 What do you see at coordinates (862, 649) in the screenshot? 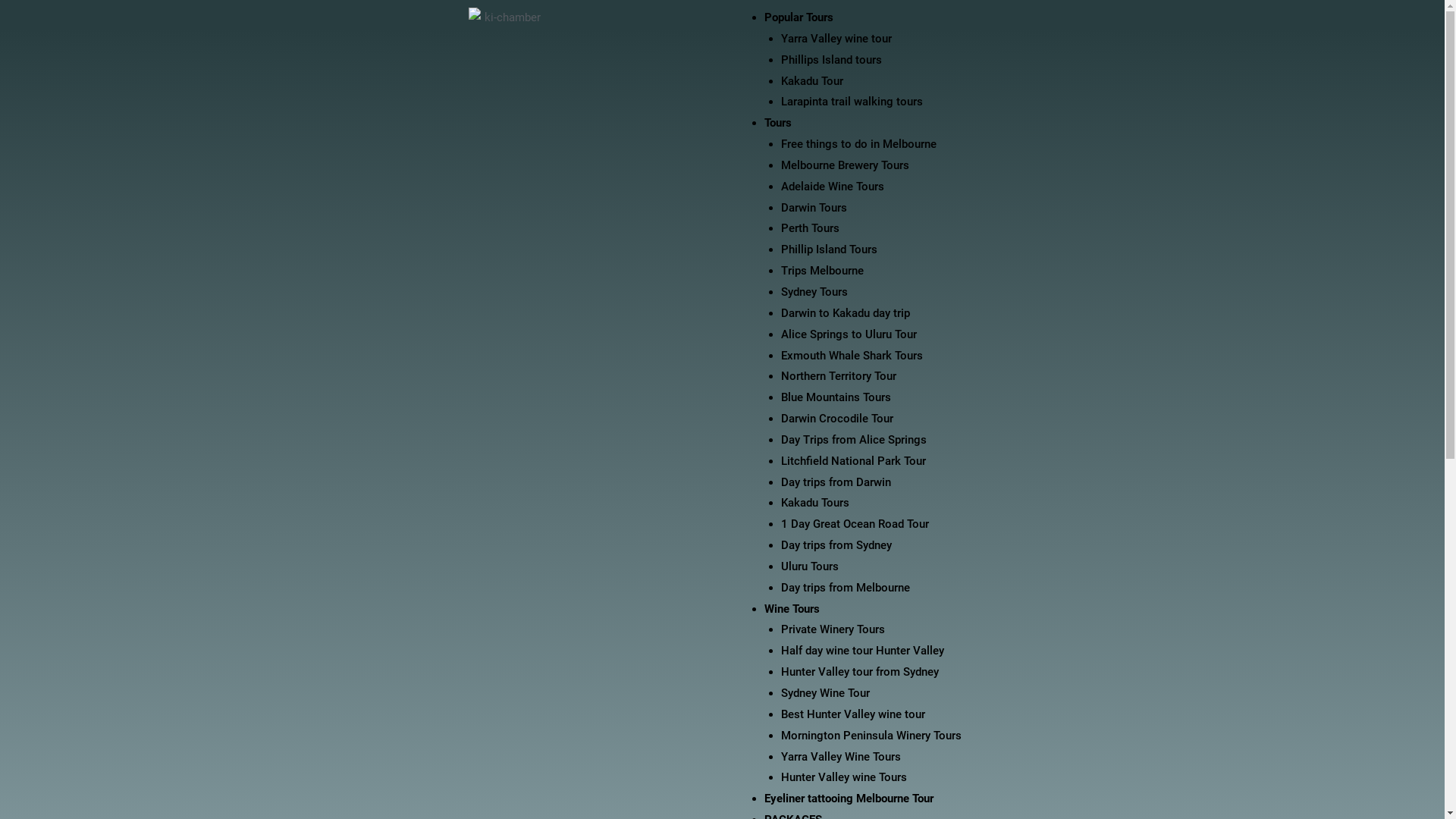
I see `'Half day wine tour Hunter Valley'` at bounding box center [862, 649].